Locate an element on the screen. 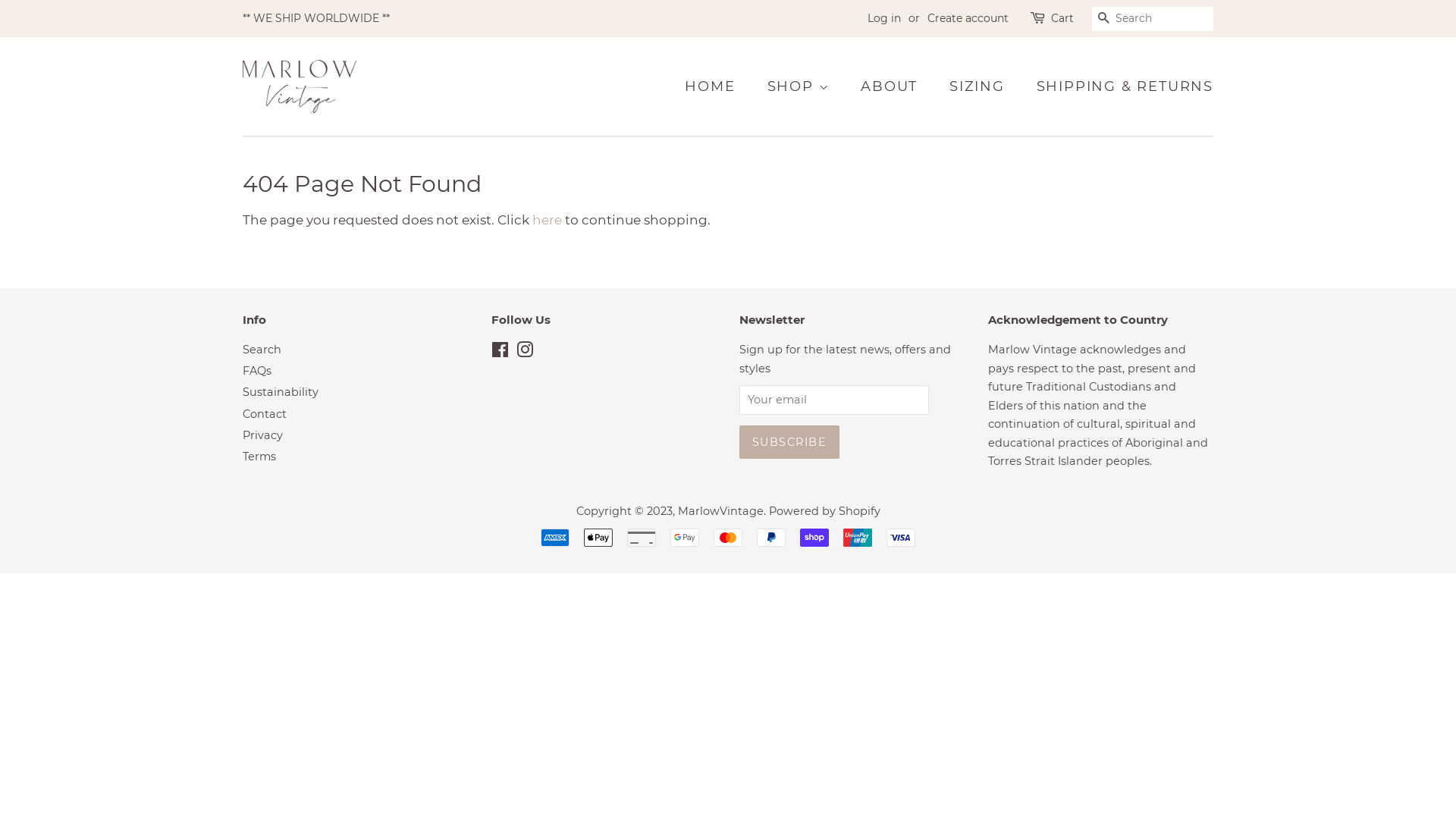 This screenshot has height=819, width=1456. 'Contact' is located at coordinates (265, 414).